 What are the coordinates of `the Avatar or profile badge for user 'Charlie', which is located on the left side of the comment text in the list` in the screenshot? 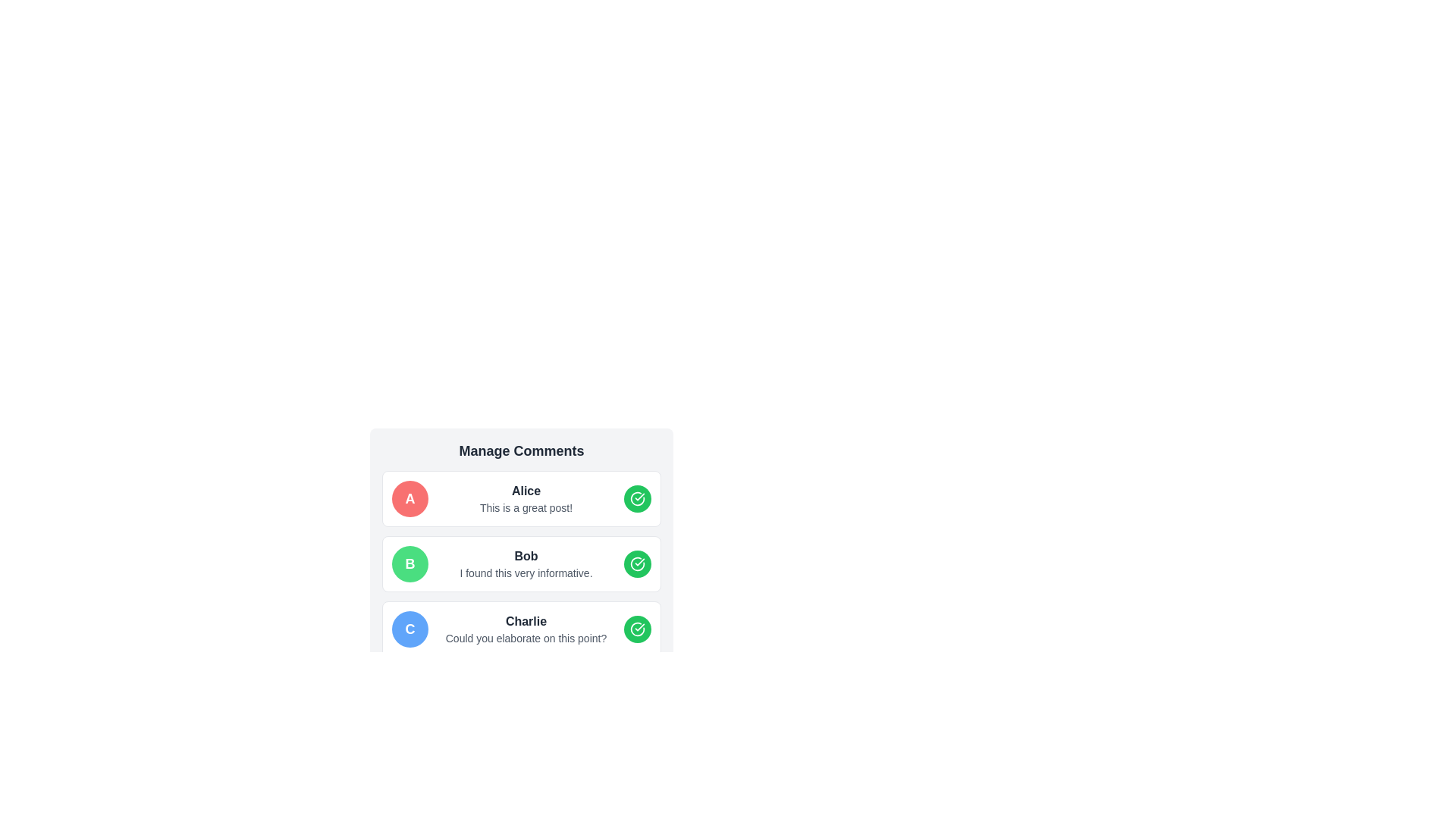 It's located at (410, 629).